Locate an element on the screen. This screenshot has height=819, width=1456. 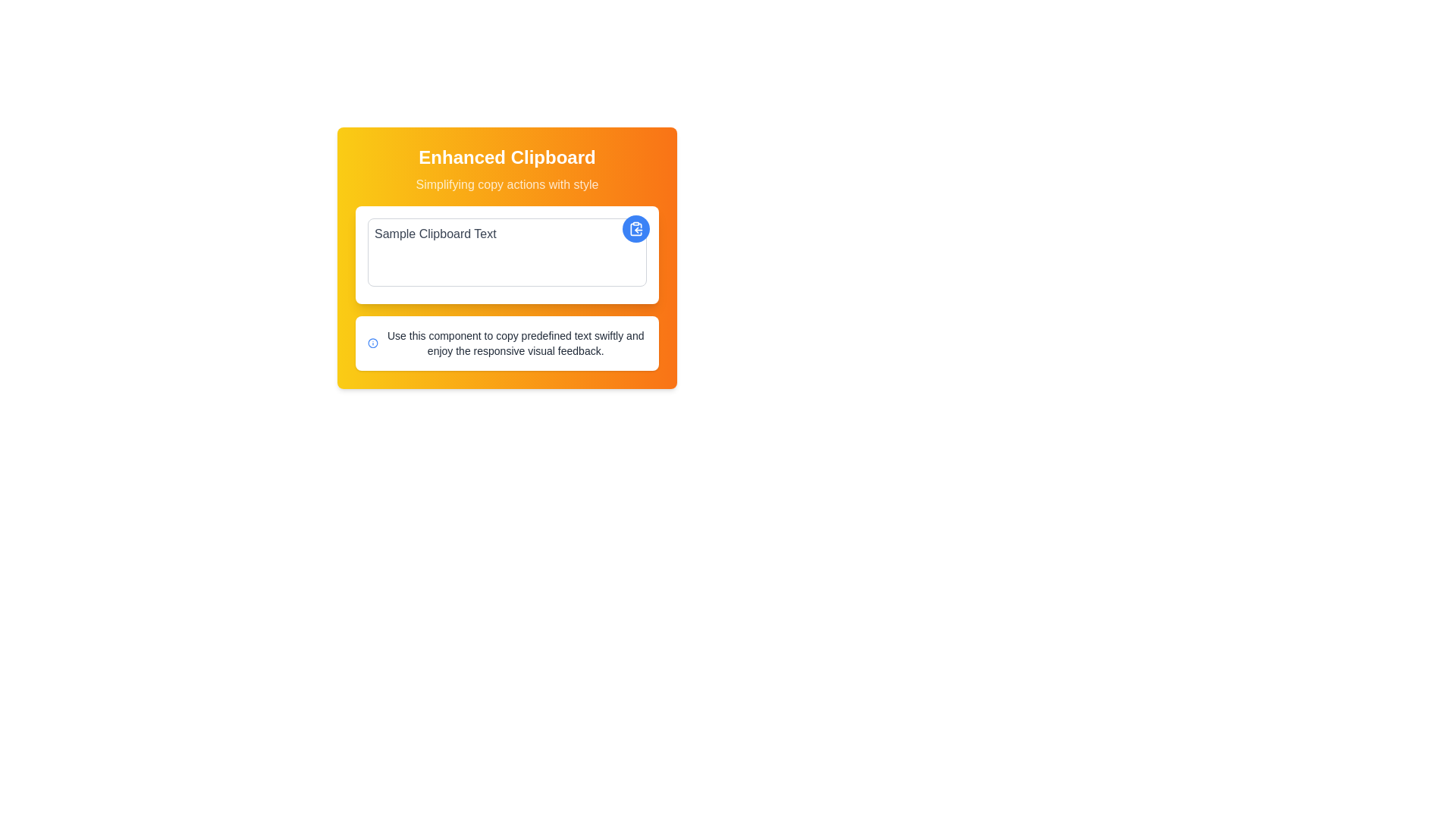
the clipboard icon with a minimalist line style located at the top-right corner of the 'Enhanced Clipboard' component to copy is located at coordinates (636, 228).